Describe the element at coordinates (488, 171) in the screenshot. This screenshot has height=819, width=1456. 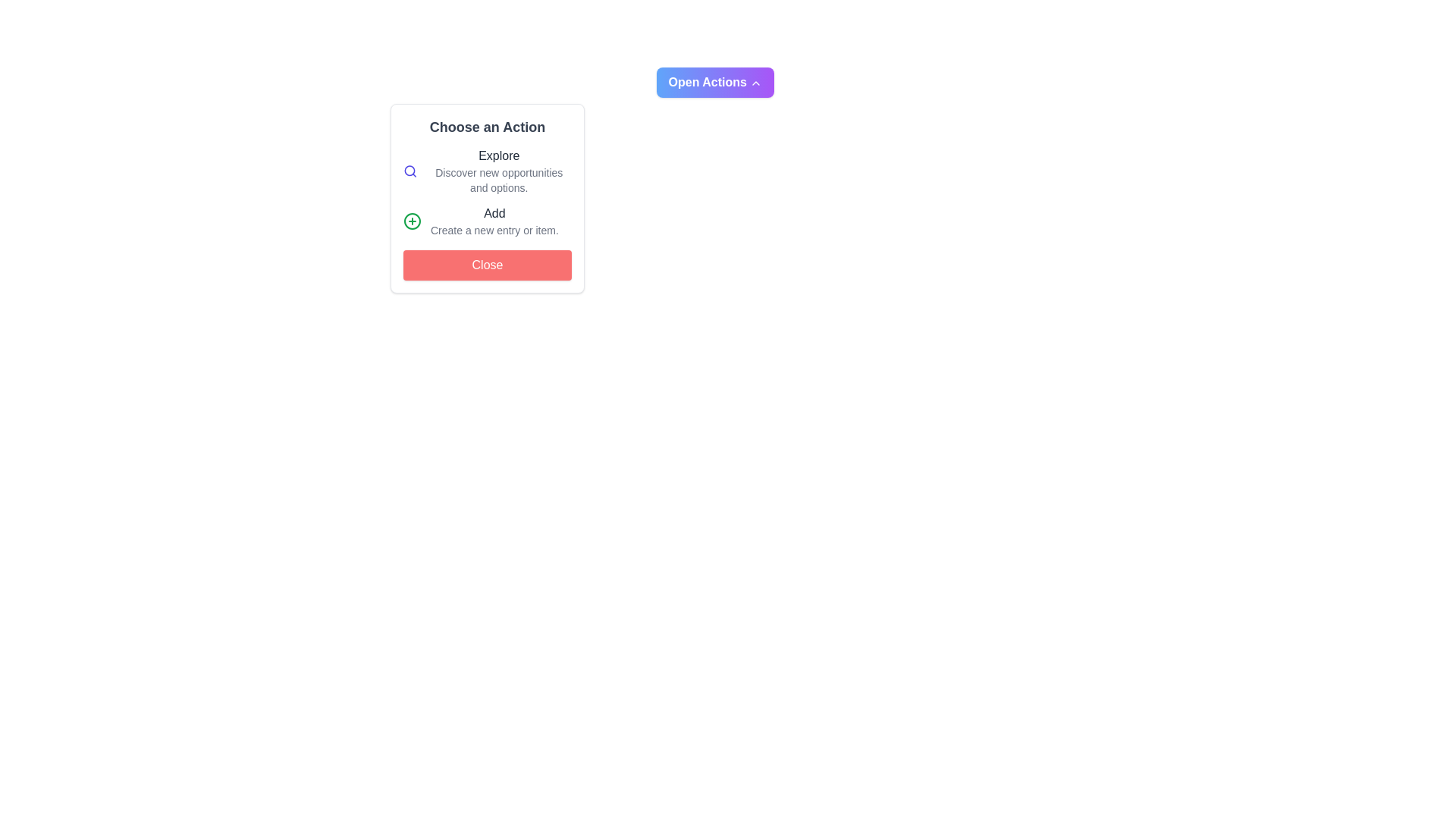
I see `the informational text element labeled 'Explore' that includes a magnifying glass icon, located in the 'Choose an Action' modal` at that location.